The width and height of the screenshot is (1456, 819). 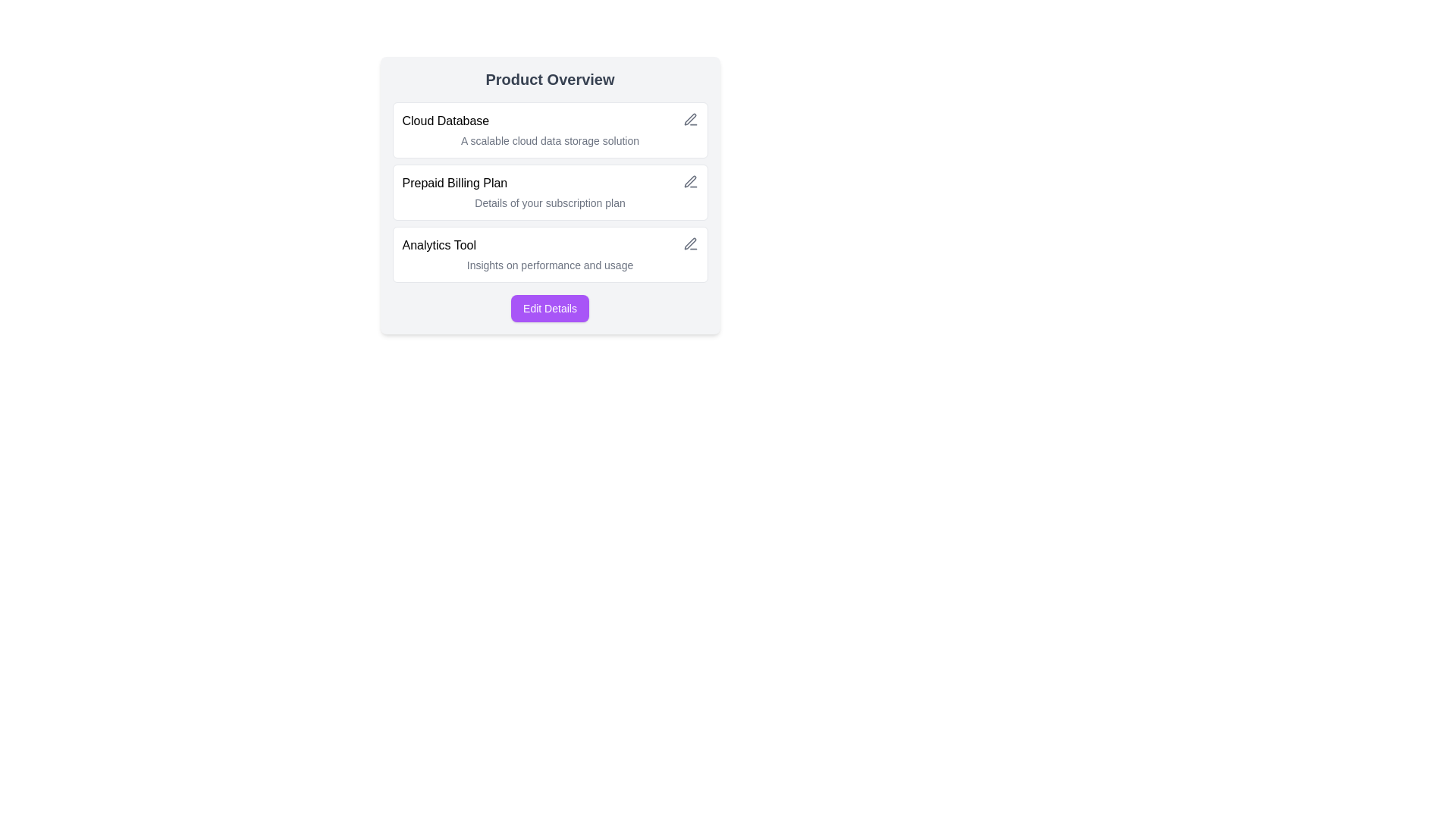 What do you see at coordinates (438, 245) in the screenshot?
I see `the static text label displaying 'Analytics Tool', which is styled in bold font and is located in the 'Product Overview' section as the third item in a vertical list` at bounding box center [438, 245].